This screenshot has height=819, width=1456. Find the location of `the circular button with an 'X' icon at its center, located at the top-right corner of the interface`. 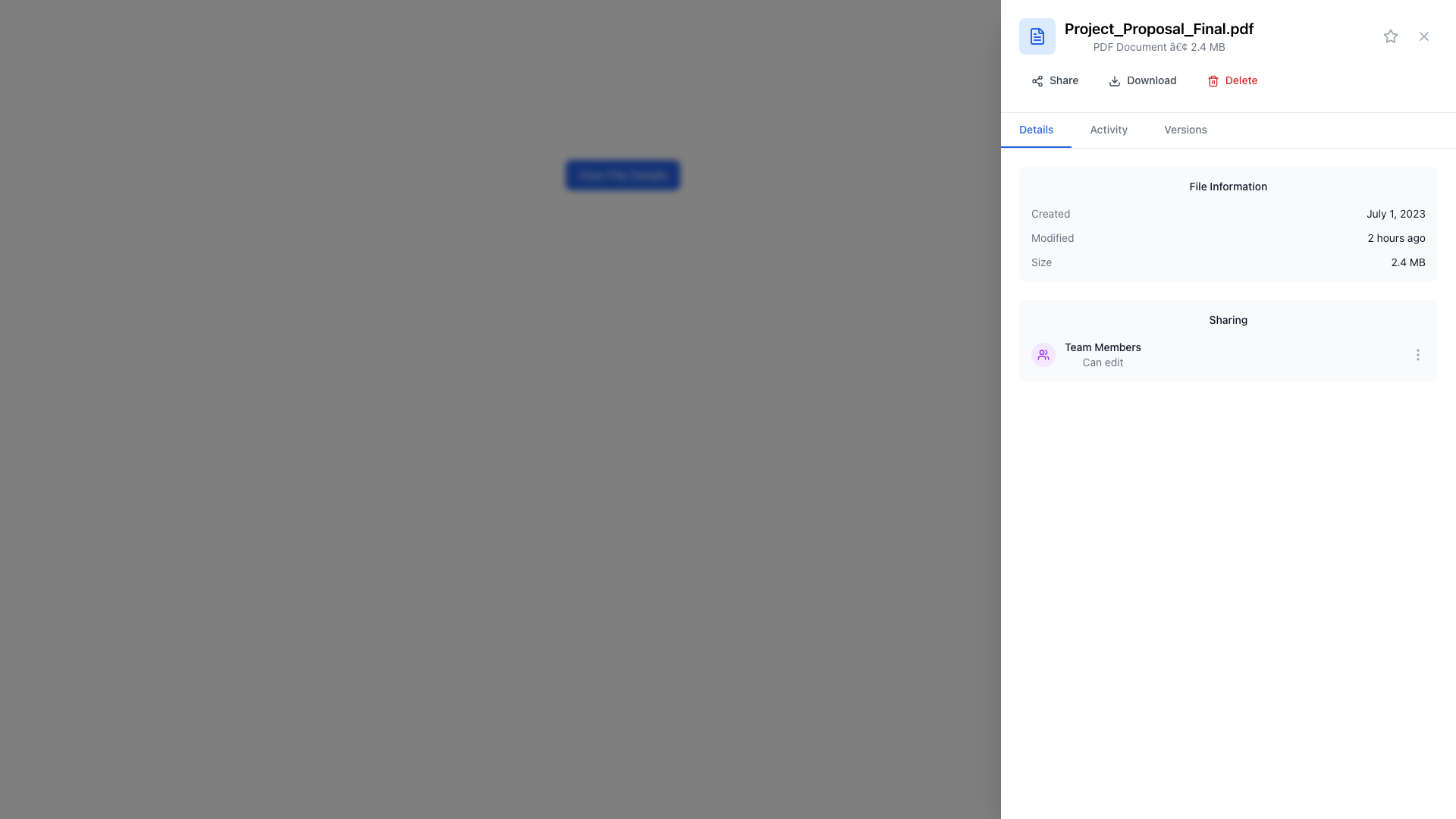

the circular button with an 'X' icon at its center, located at the top-right corner of the interface is located at coordinates (1423, 35).